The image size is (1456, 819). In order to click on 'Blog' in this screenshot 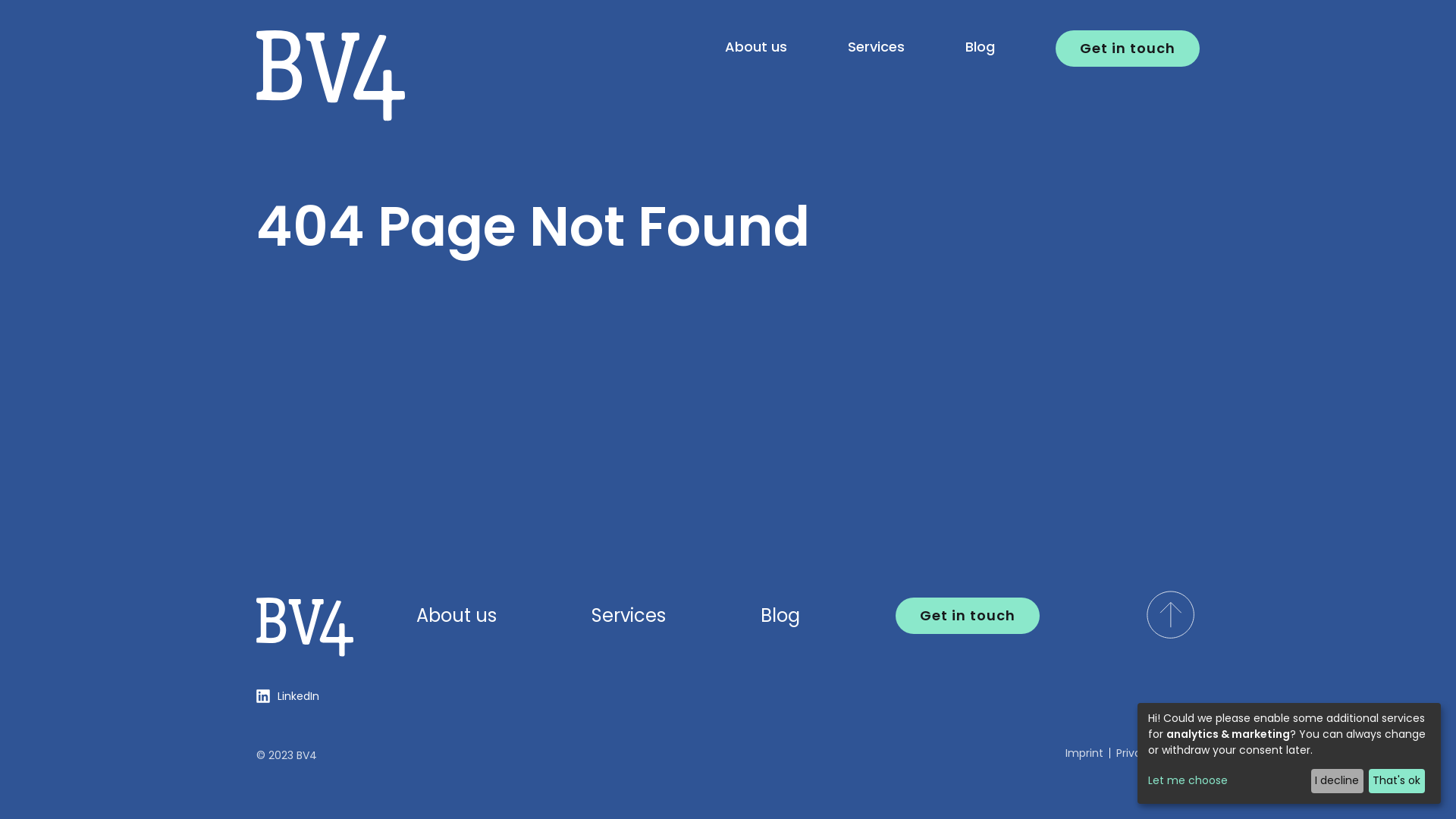, I will do `click(980, 45)`.